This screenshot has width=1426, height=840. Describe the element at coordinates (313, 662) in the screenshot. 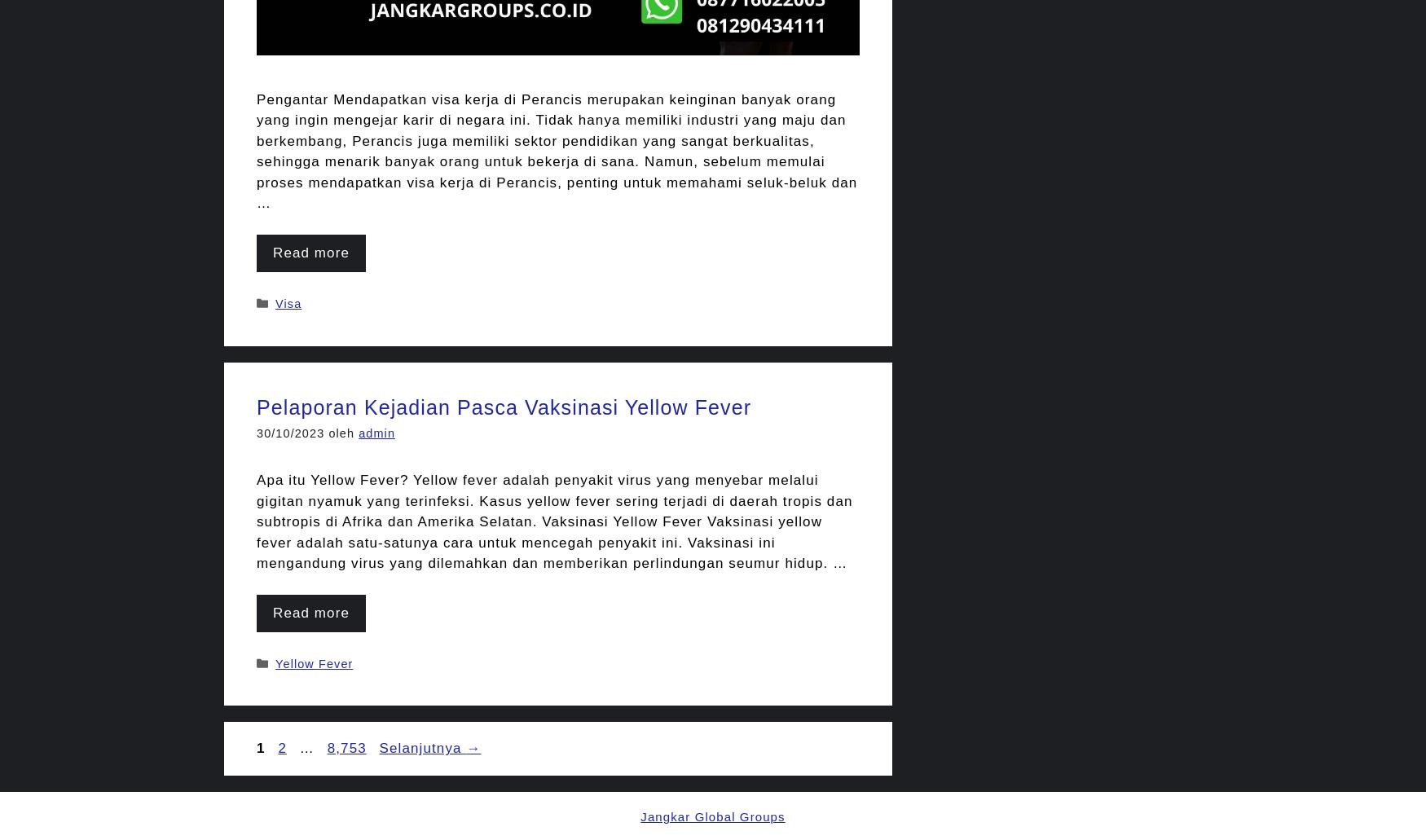

I see `'Yellow Fever'` at that location.